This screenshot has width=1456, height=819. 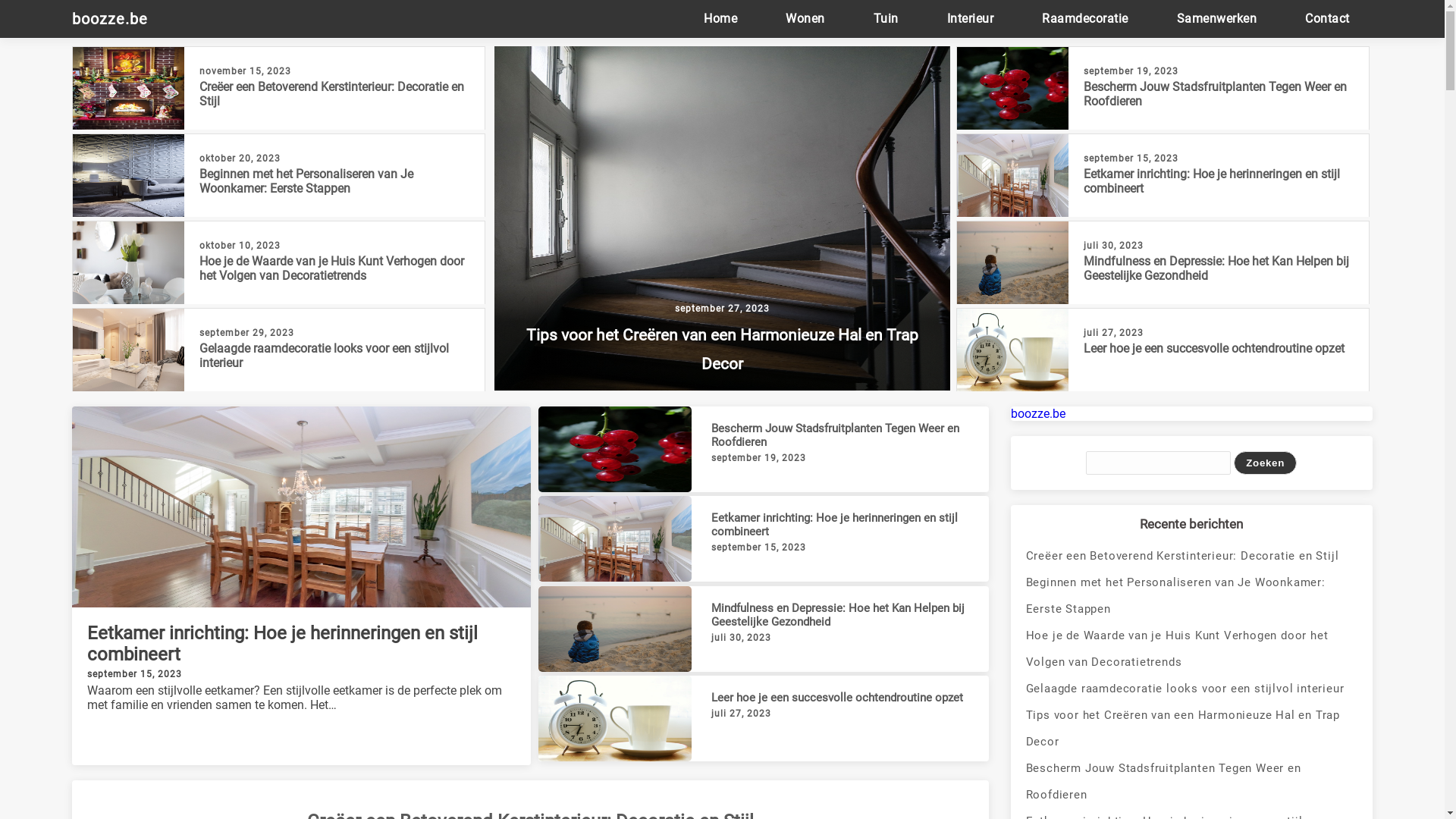 I want to click on 'Samenwerken', so click(x=1216, y=18).